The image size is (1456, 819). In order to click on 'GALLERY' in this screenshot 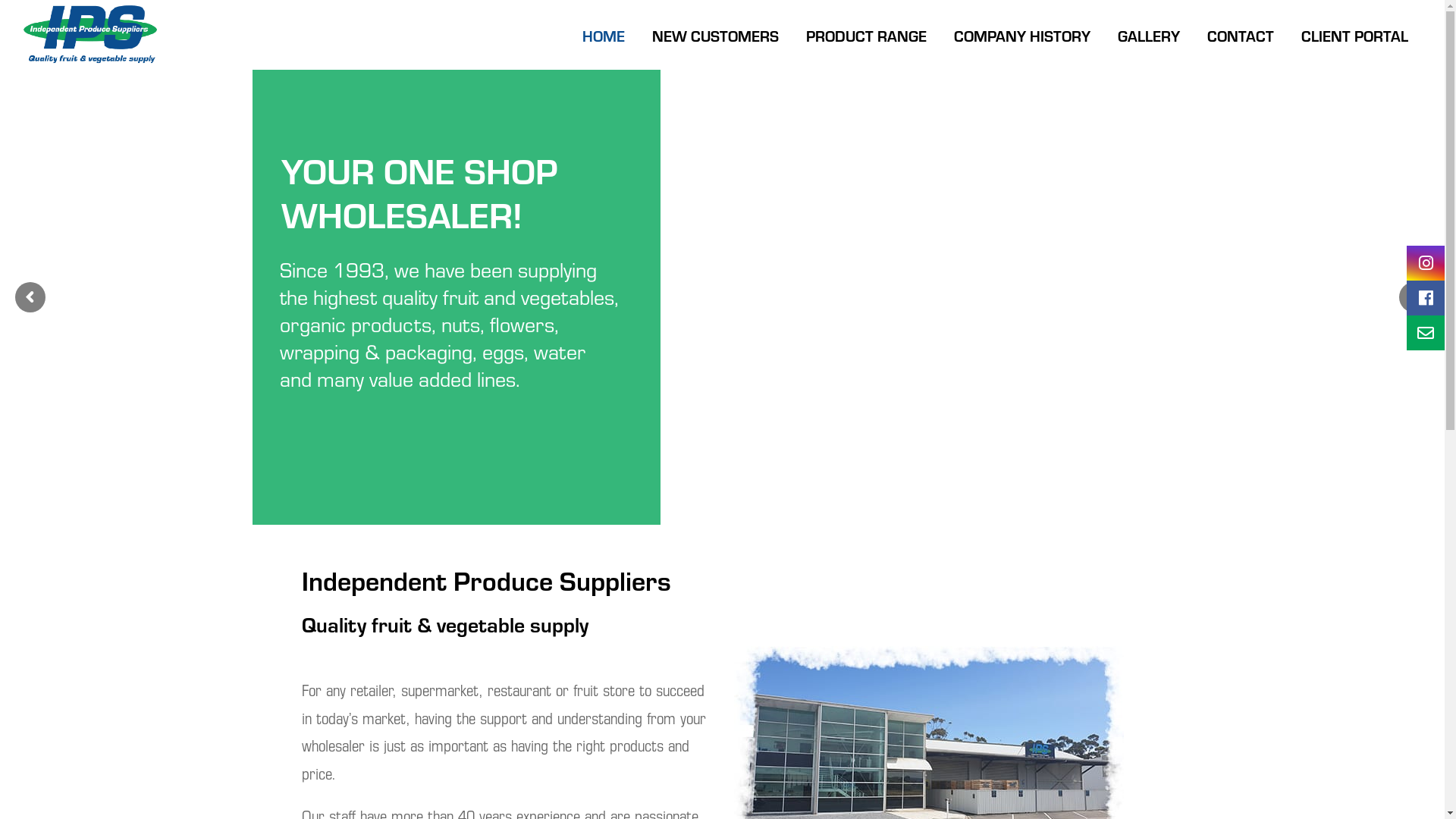, I will do `click(1103, 34)`.